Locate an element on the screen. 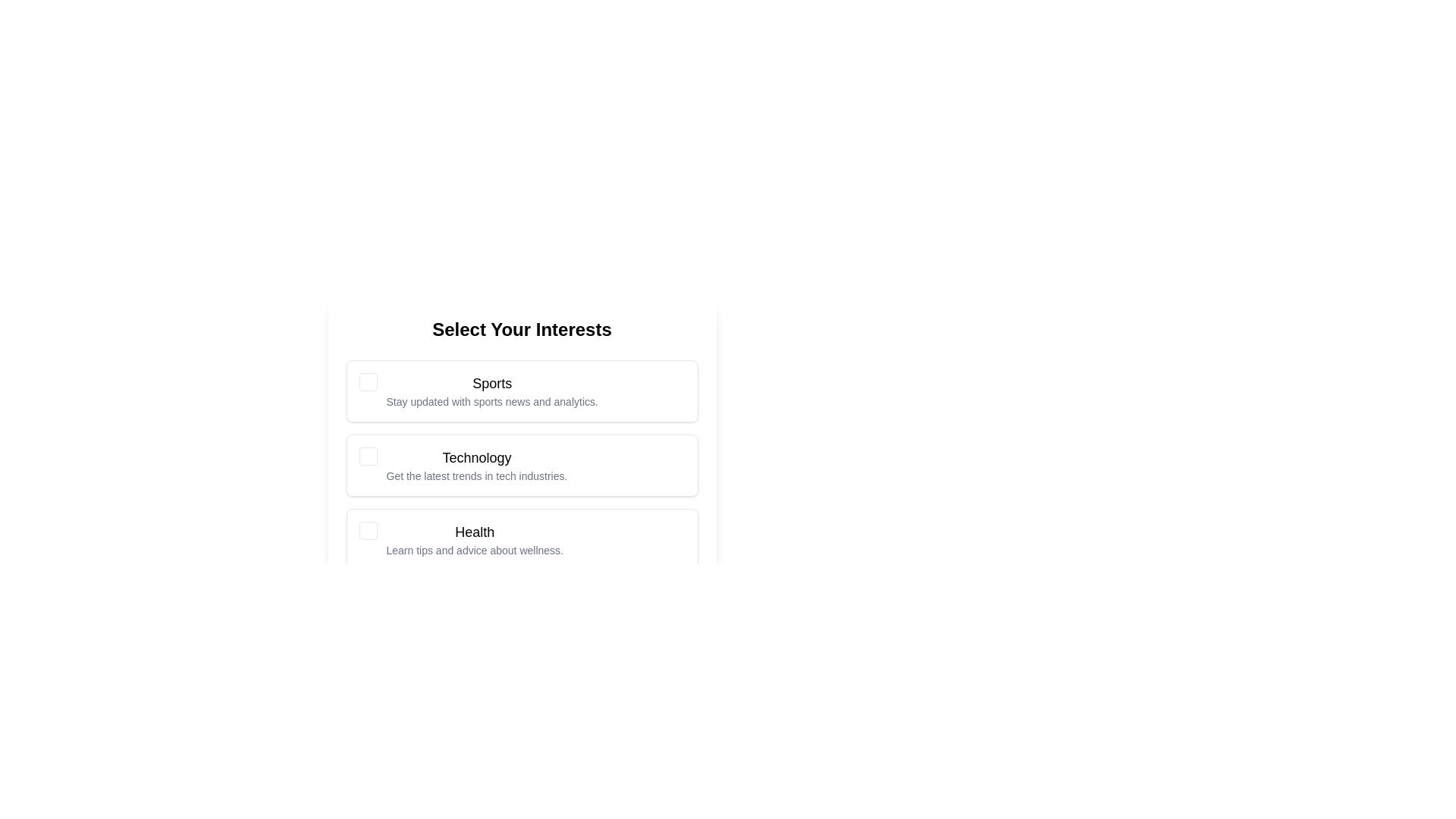 This screenshot has height=819, width=1456. the checkbox corresponding to Technology is located at coordinates (368, 455).